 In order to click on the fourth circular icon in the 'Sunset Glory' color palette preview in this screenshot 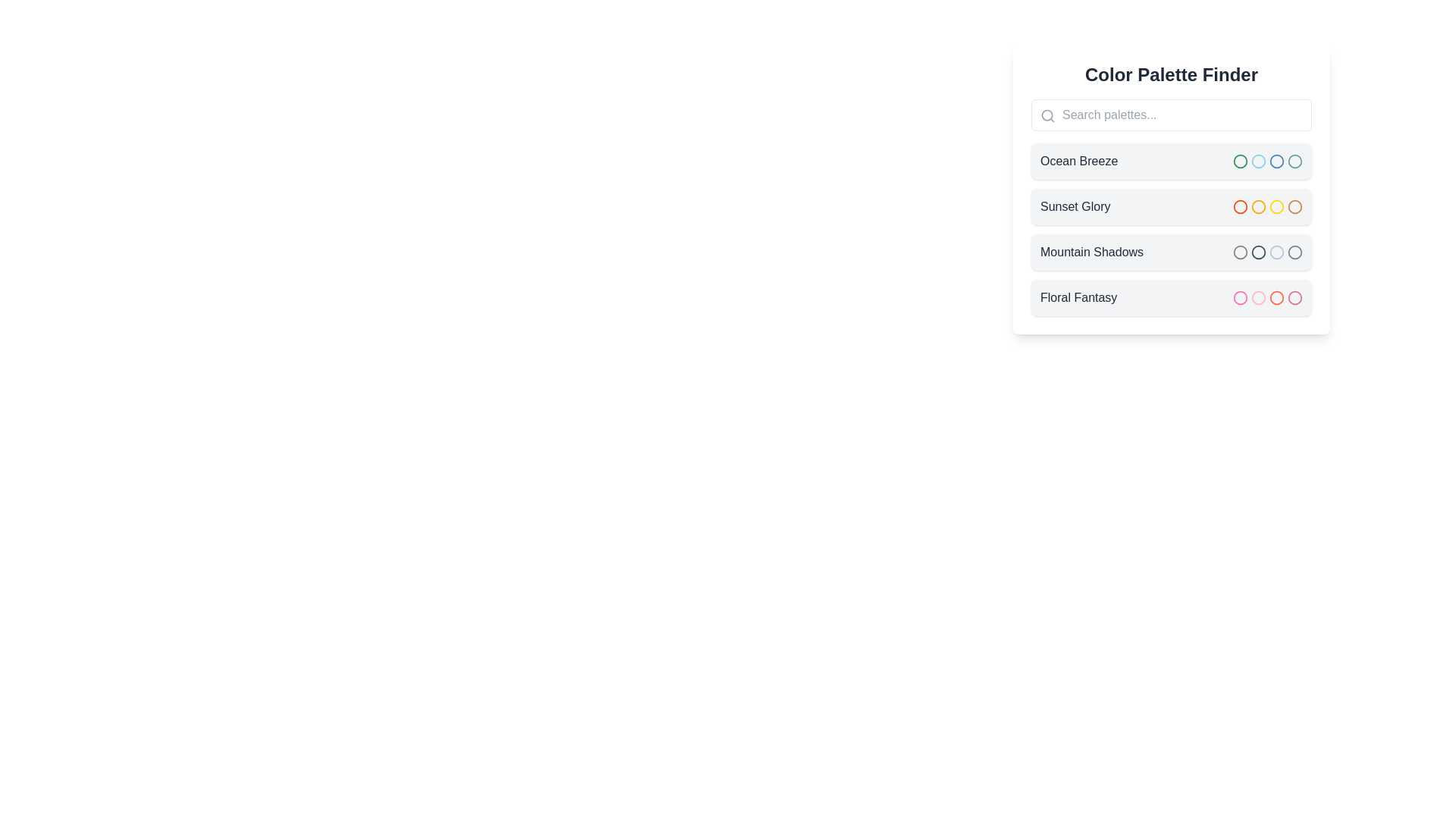, I will do `click(1294, 207)`.